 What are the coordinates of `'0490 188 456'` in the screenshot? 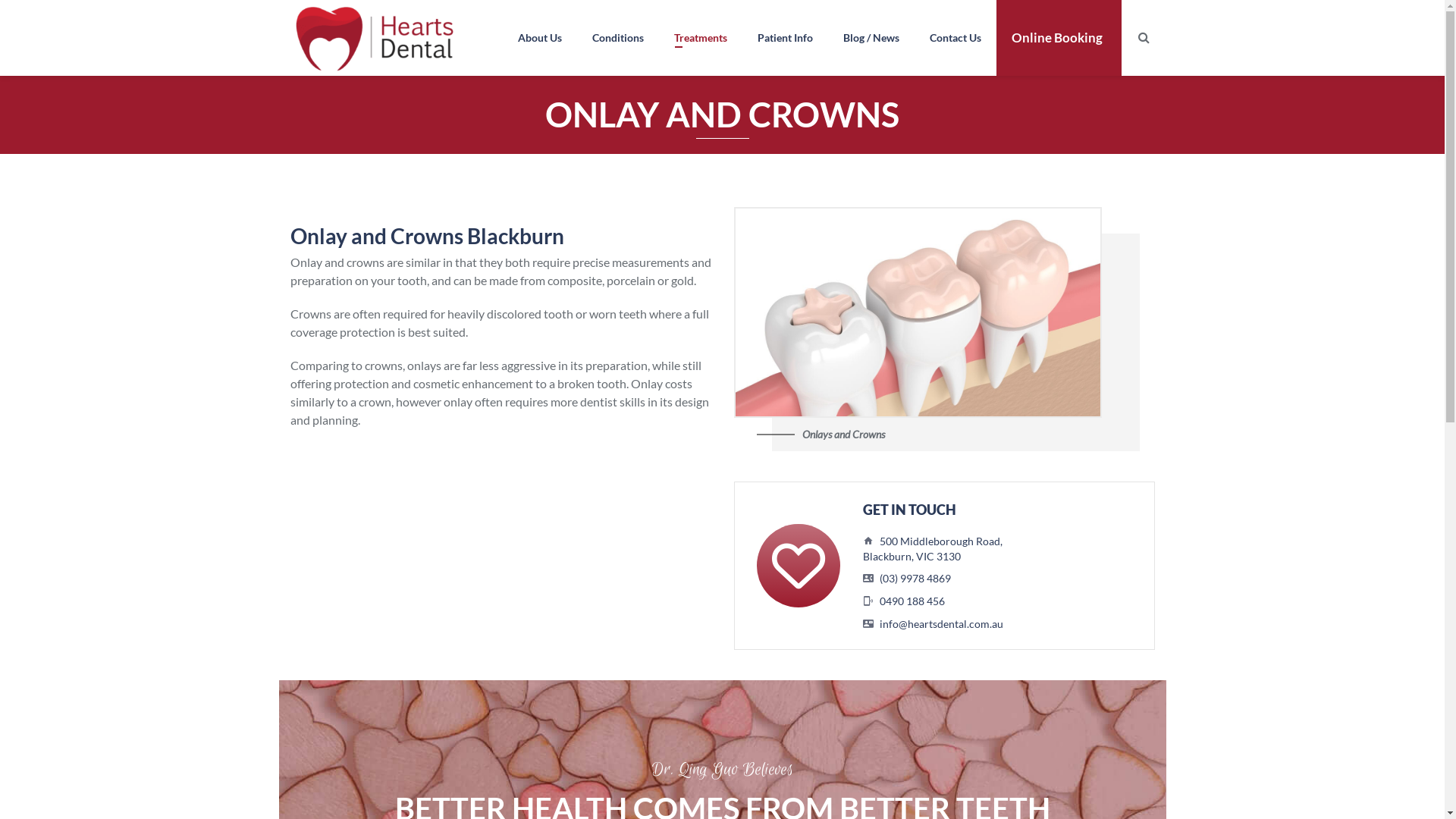 It's located at (912, 600).